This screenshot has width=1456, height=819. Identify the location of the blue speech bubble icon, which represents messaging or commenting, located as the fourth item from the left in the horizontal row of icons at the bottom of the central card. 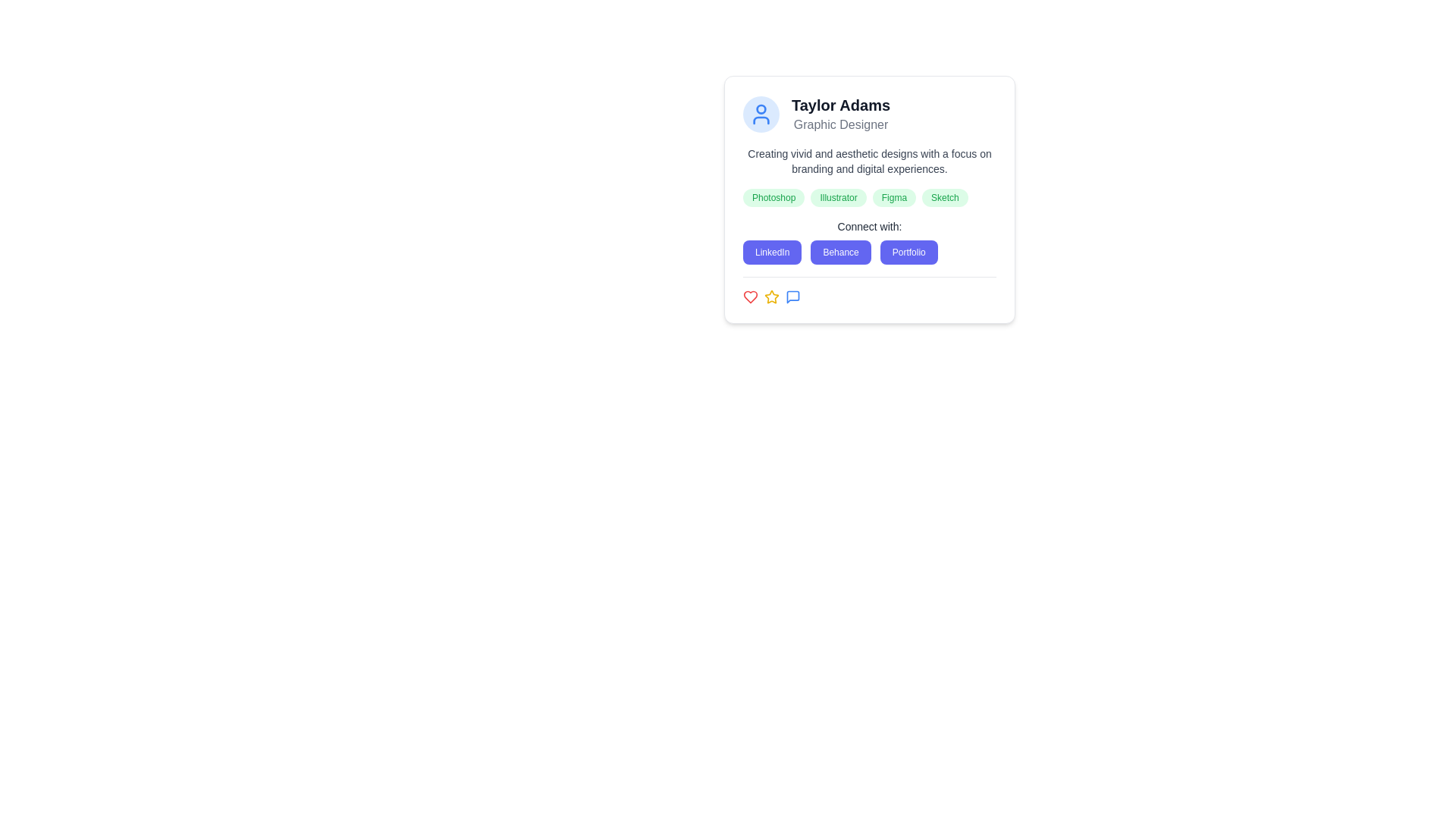
(792, 297).